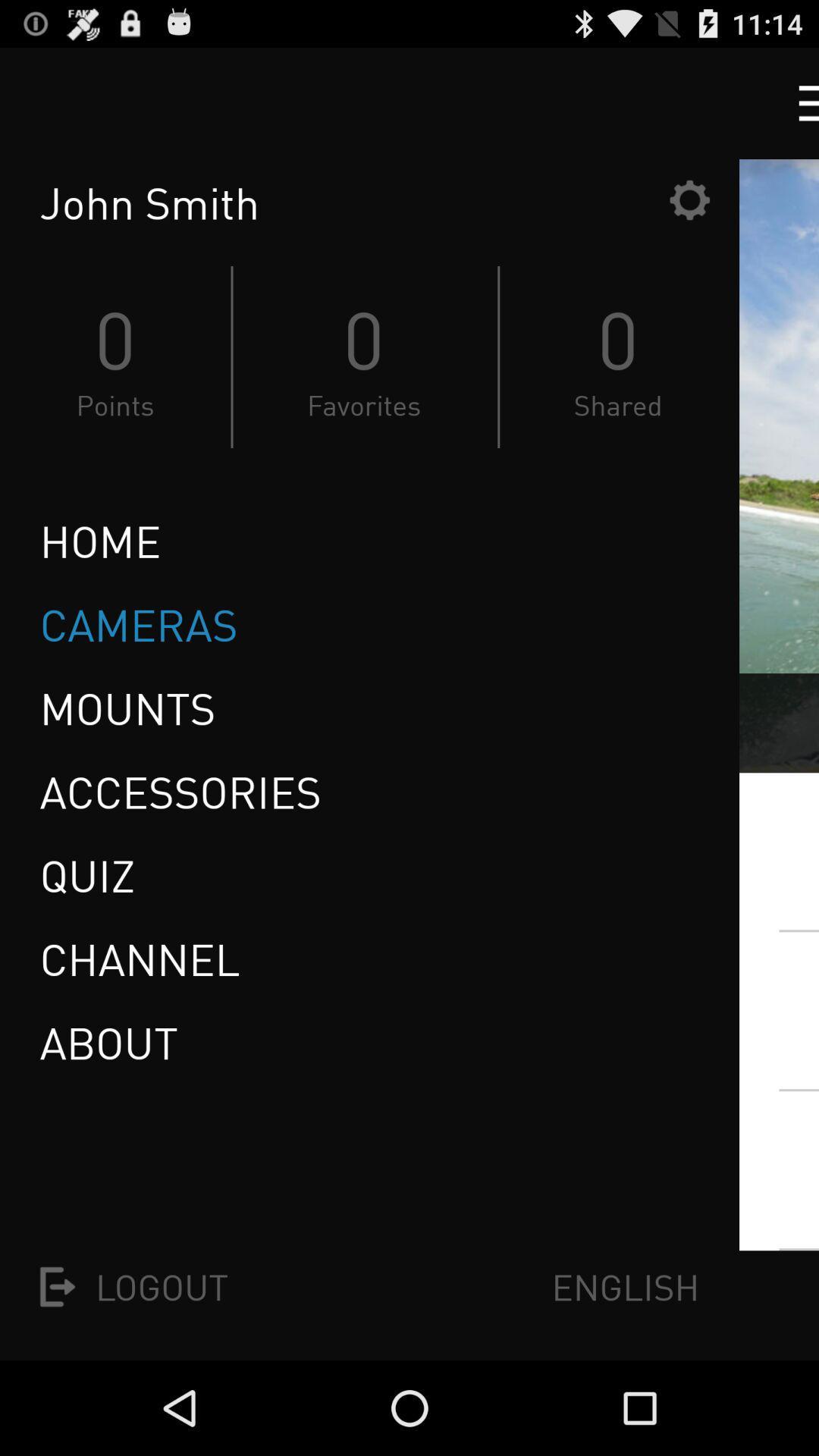 The image size is (819, 1456). Describe the element at coordinates (689, 213) in the screenshot. I see `the settings icon` at that location.